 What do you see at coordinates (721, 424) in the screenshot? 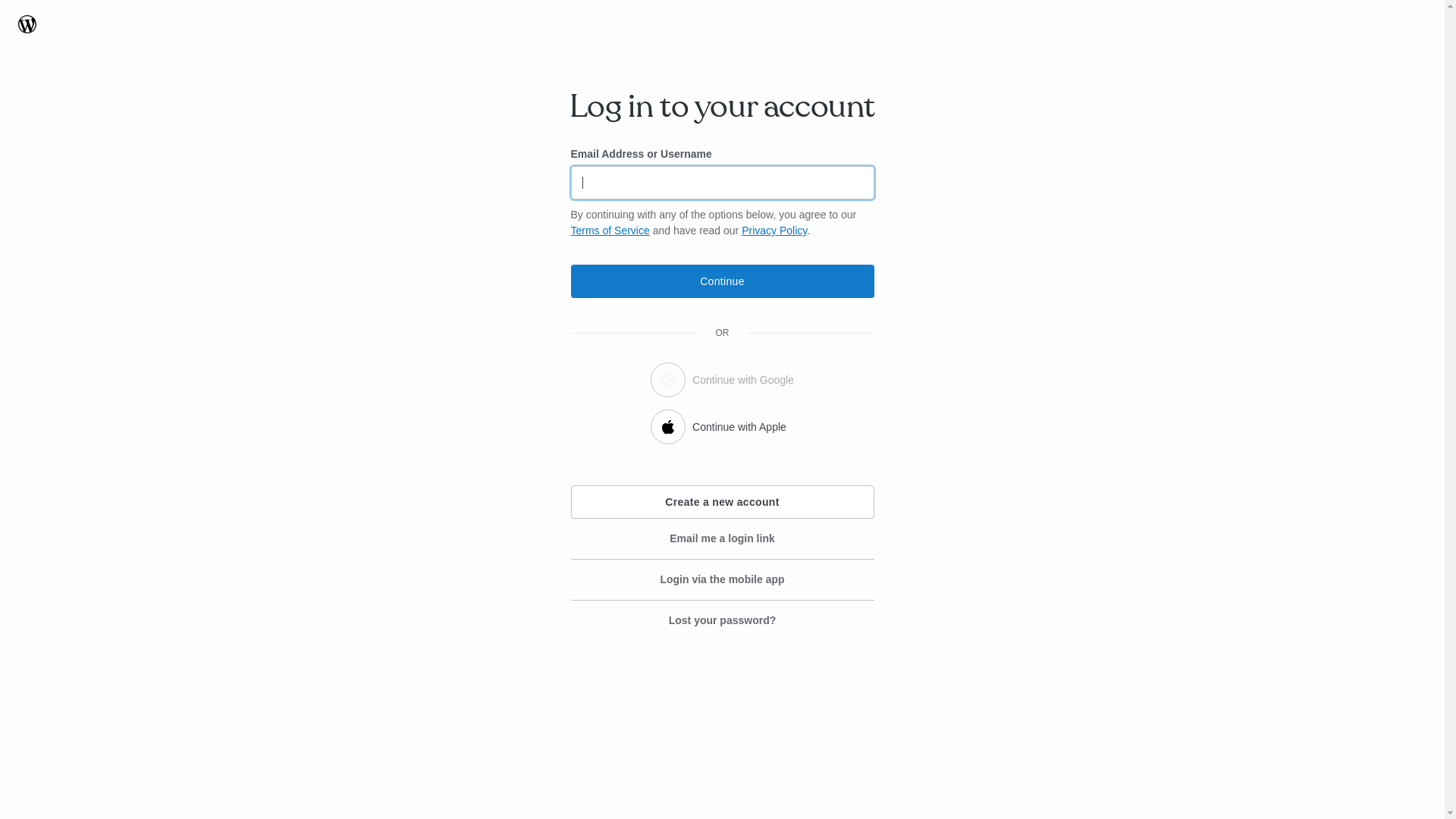
I see `'Continue with Apple'` at bounding box center [721, 424].